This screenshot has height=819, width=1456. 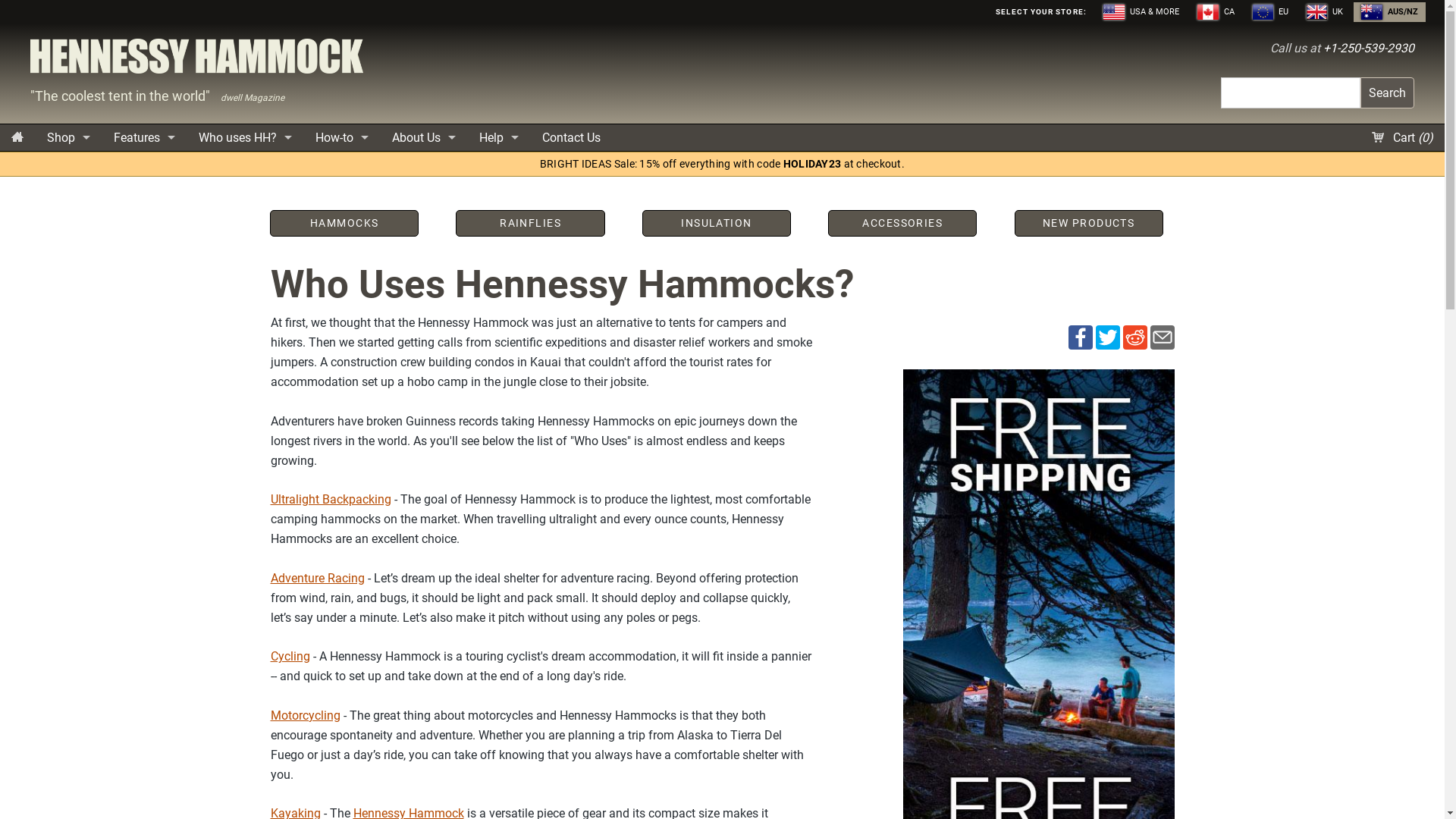 What do you see at coordinates (1387, 93) in the screenshot?
I see `'Search'` at bounding box center [1387, 93].